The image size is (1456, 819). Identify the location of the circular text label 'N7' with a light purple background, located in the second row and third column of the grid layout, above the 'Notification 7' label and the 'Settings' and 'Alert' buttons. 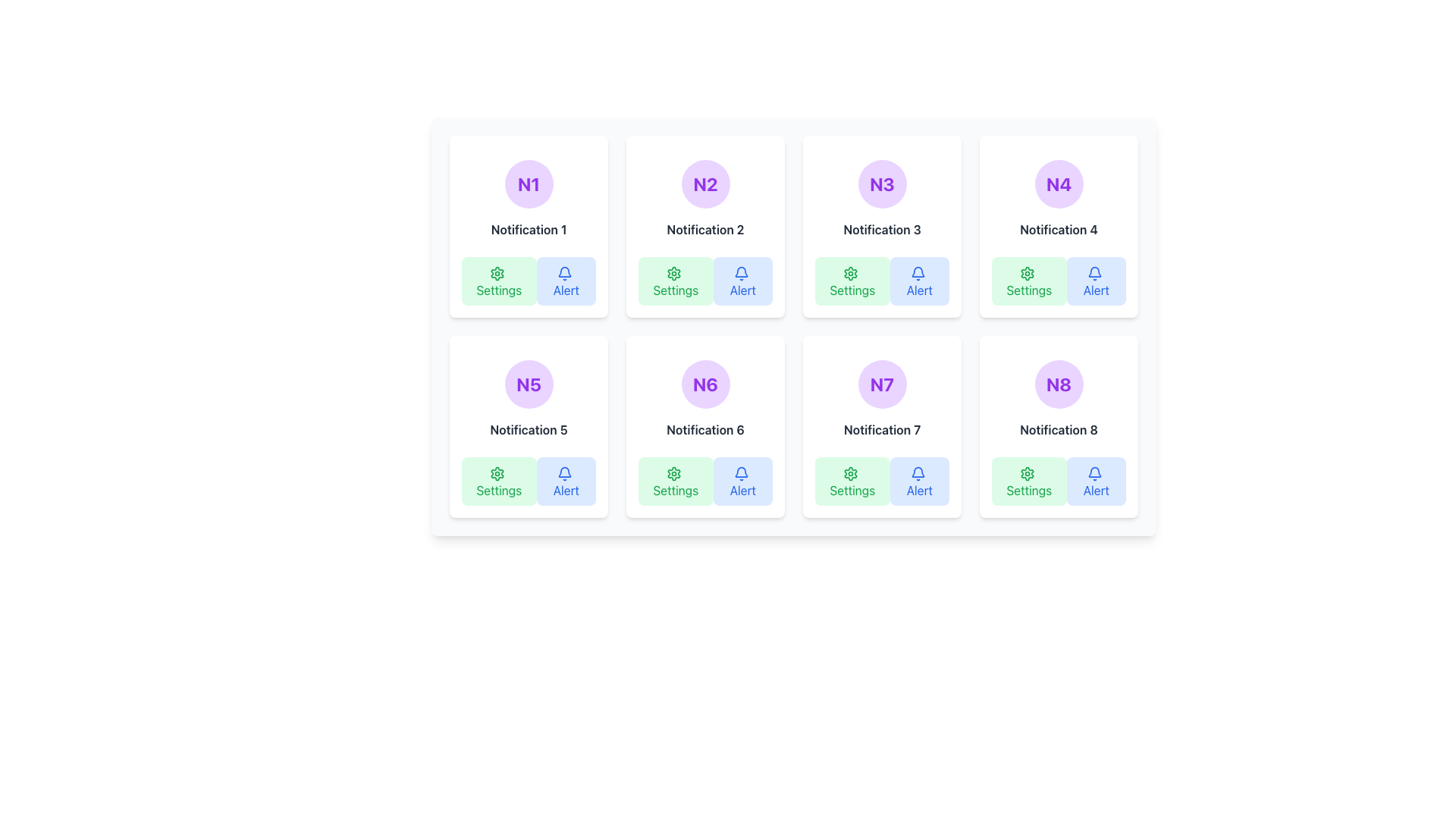
(882, 383).